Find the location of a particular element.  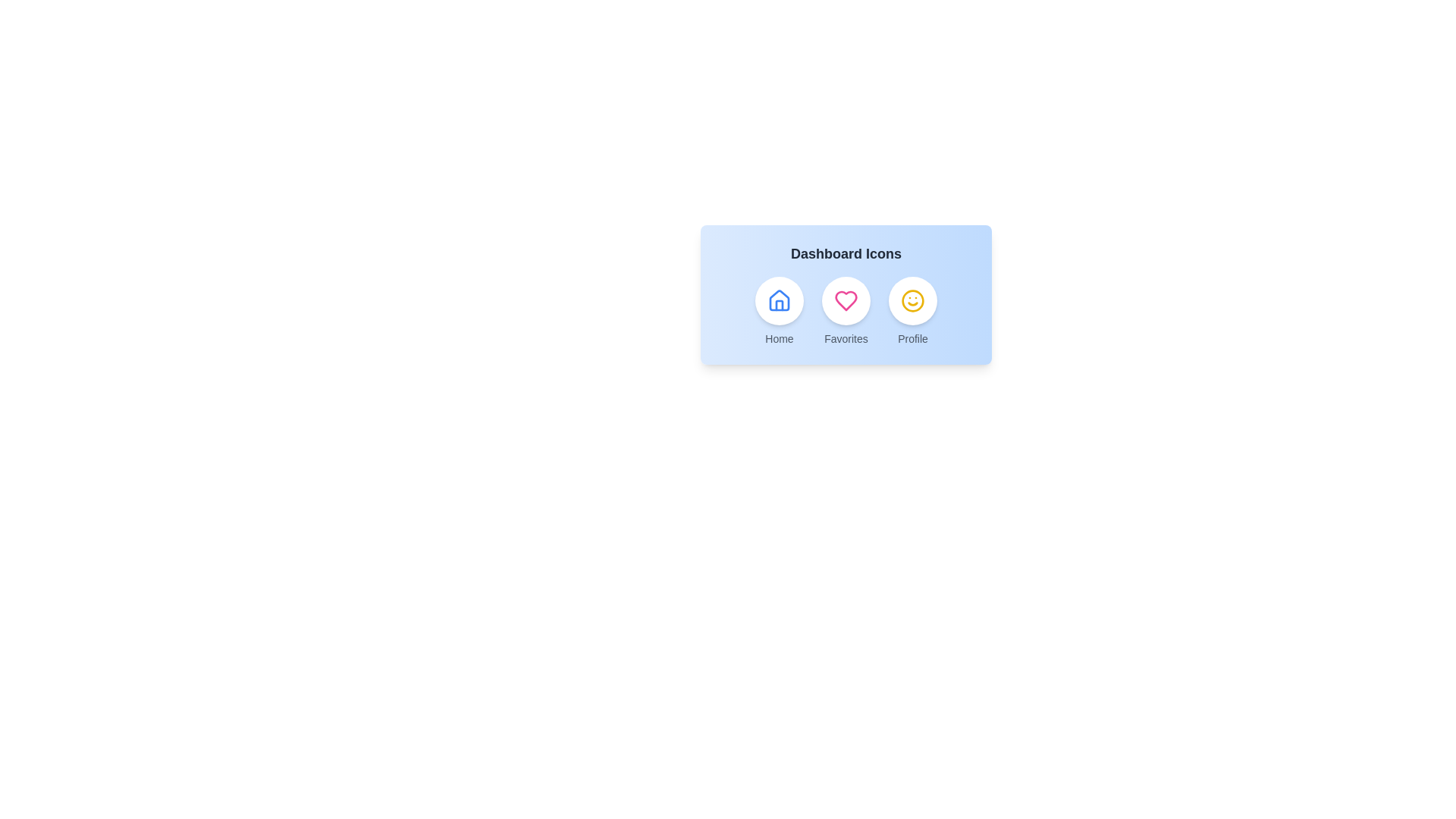

the circular button with a blue house icon is located at coordinates (779, 301).